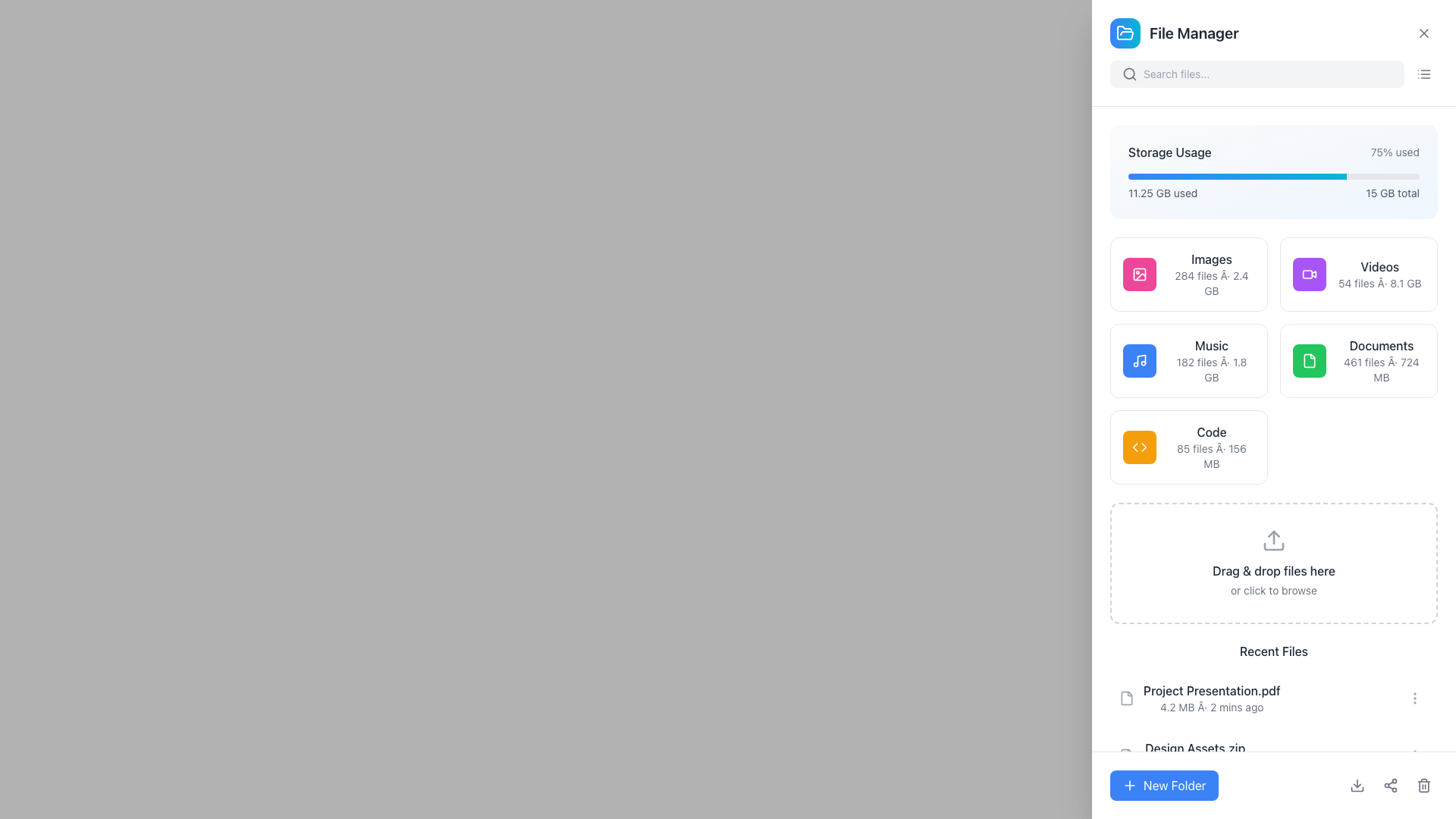 The width and height of the screenshot is (1456, 819). Describe the element at coordinates (1194, 748) in the screenshot. I see `text label displaying 'Design Assets.zip' located in the 'Recent Files' section of the file manager interface` at that location.